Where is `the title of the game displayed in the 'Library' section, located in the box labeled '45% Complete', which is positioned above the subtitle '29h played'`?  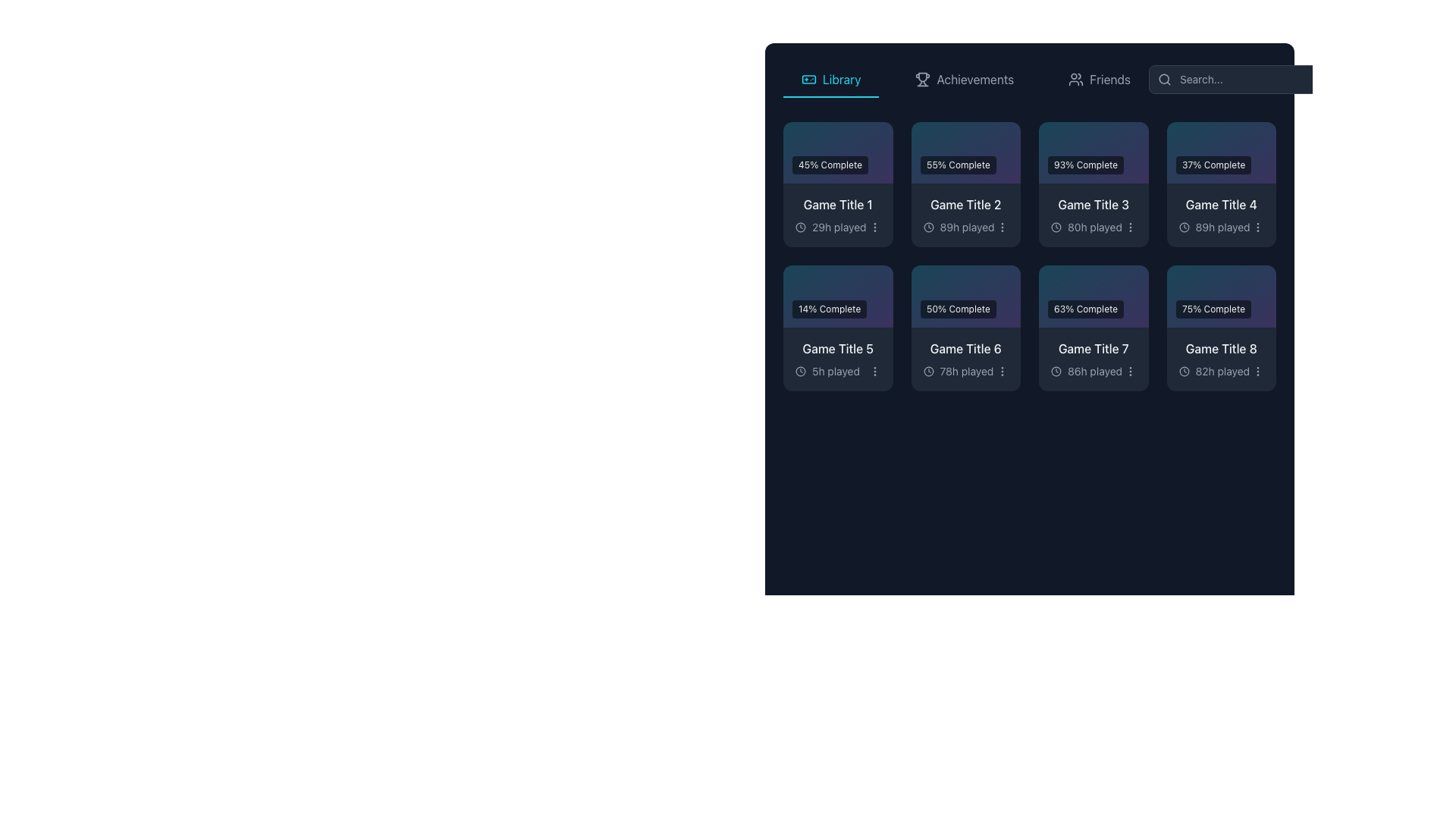
the title of the game displayed in the 'Library' section, located in the box labeled '45% Complete', which is positioned above the subtitle '29h played' is located at coordinates (837, 205).